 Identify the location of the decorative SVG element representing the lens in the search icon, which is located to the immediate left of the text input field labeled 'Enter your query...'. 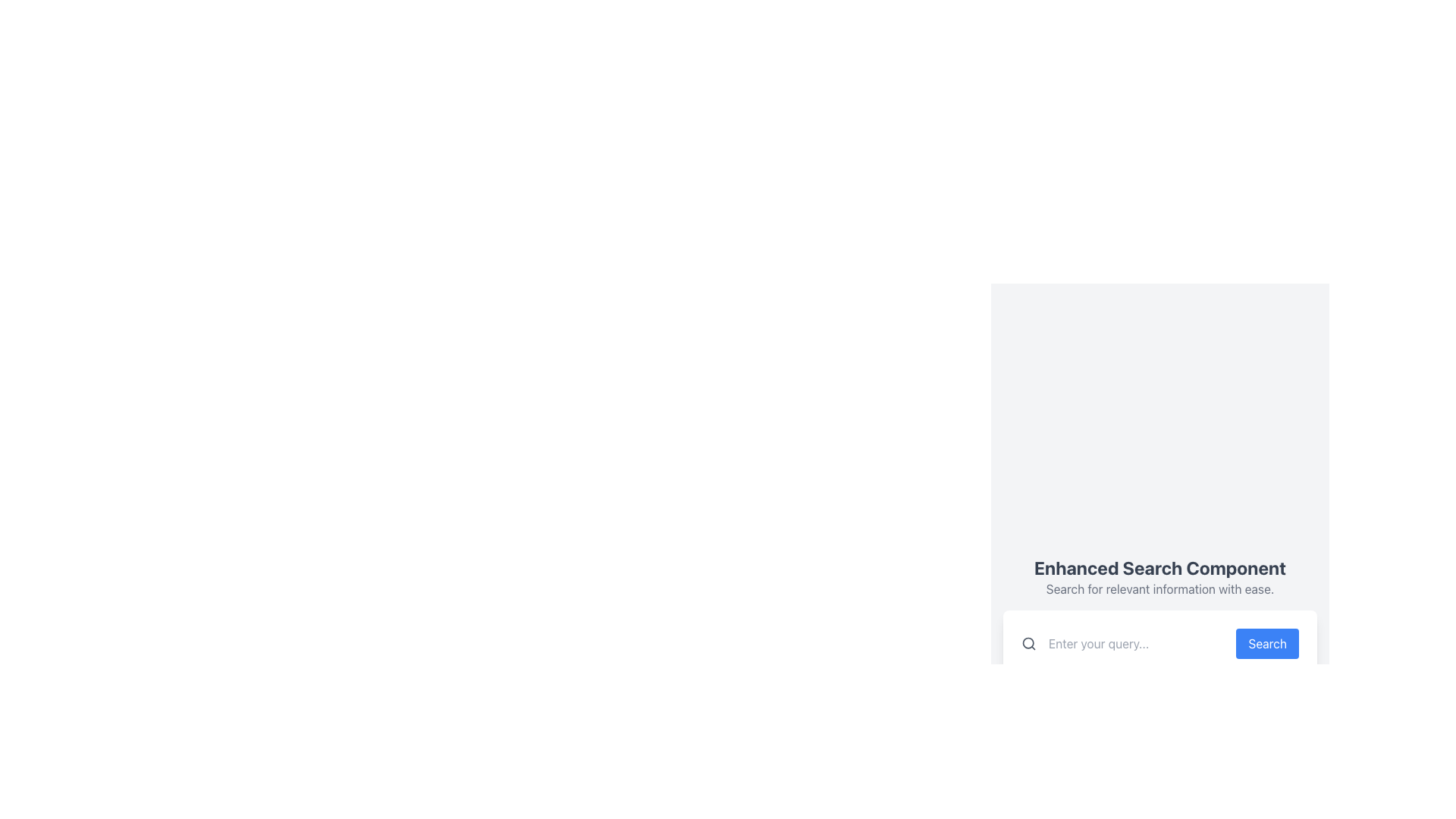
(1028, 642).